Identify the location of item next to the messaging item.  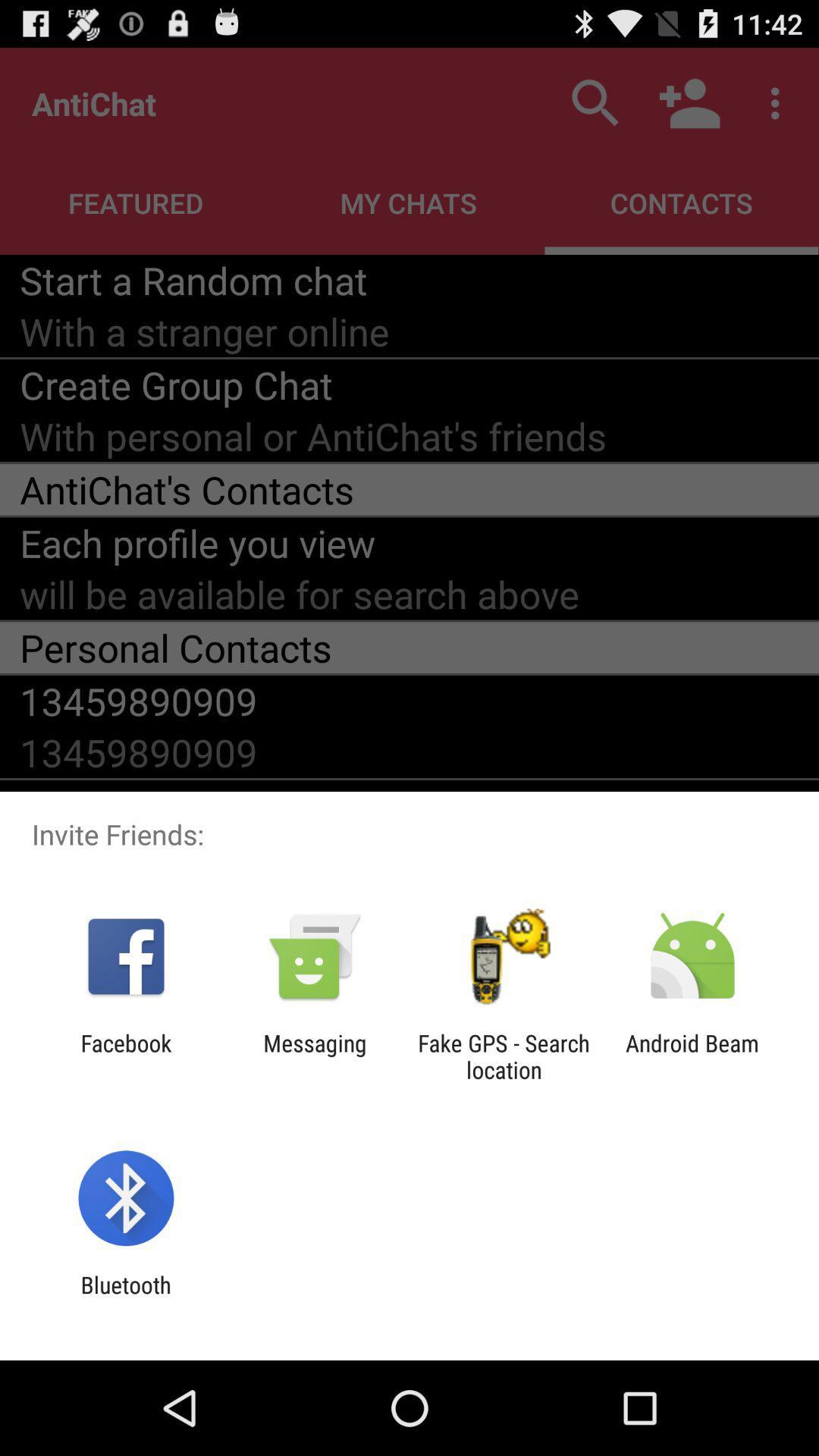
(125, 1056).